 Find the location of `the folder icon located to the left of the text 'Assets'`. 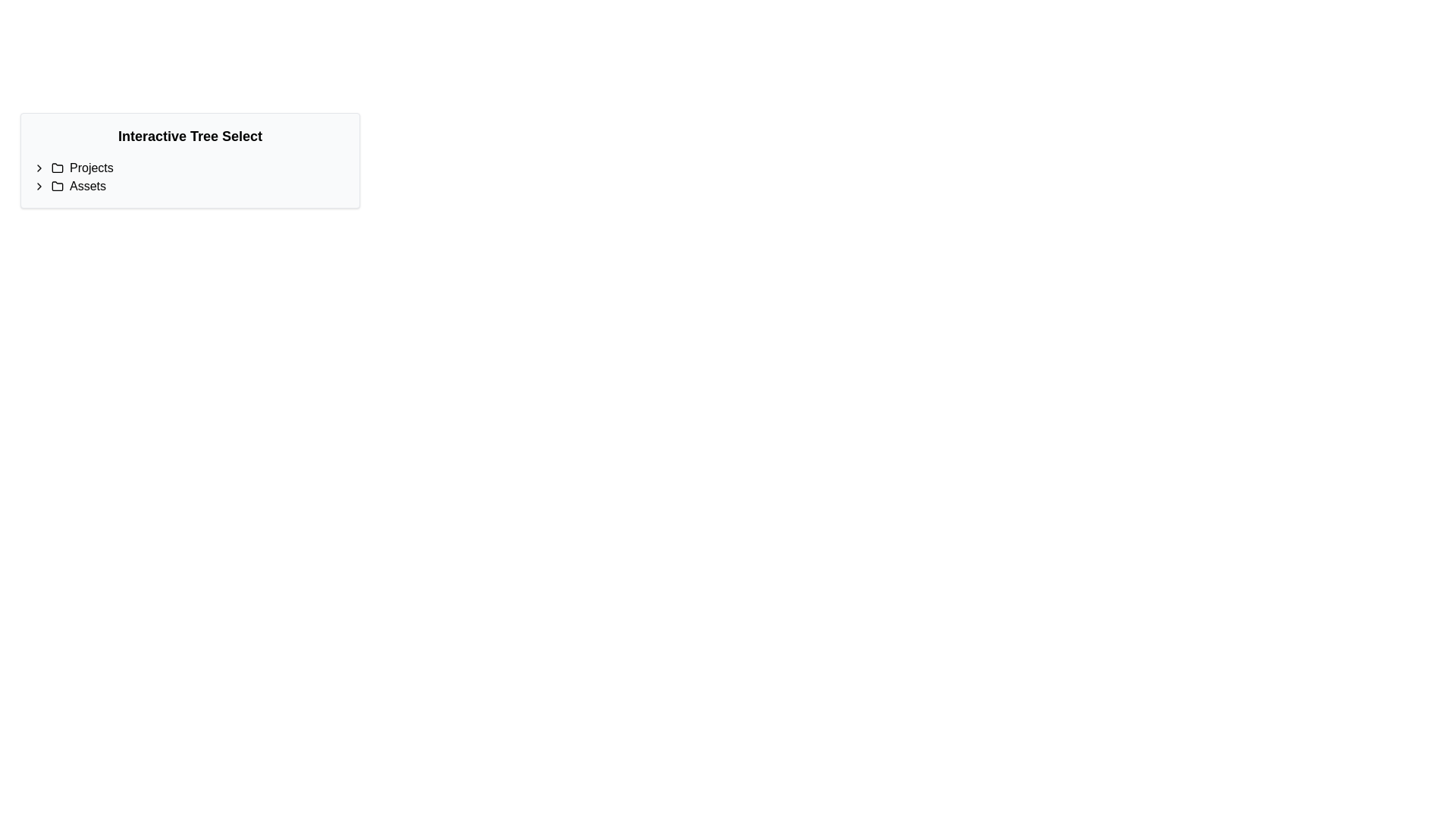

the folder icon located to the left of the text 'Assets' is located at coordinates (58, 186).